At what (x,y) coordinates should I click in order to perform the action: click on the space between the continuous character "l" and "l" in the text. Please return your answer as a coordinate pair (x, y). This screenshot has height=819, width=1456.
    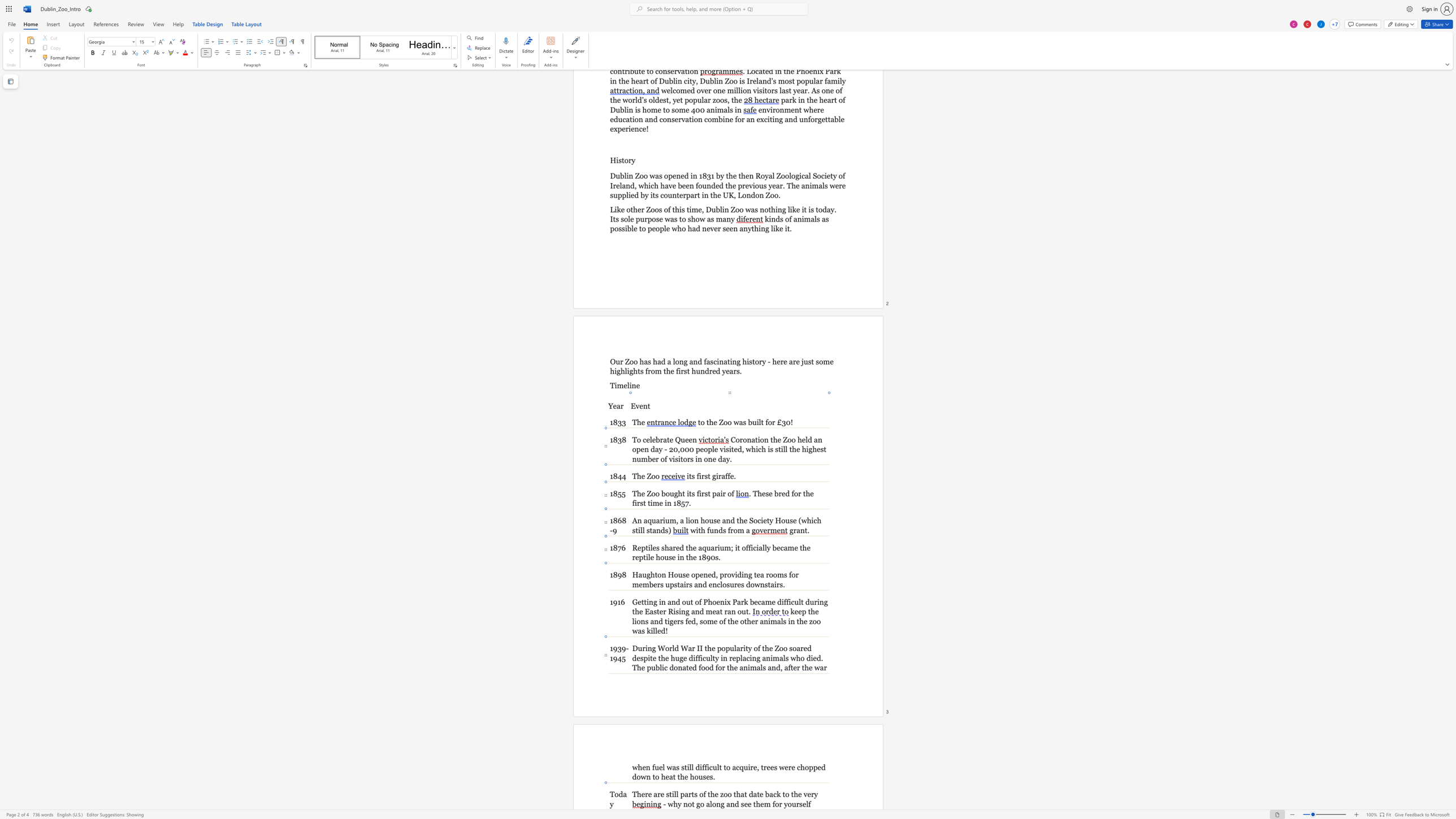
    Looking at the image, I should click on (691, 766).